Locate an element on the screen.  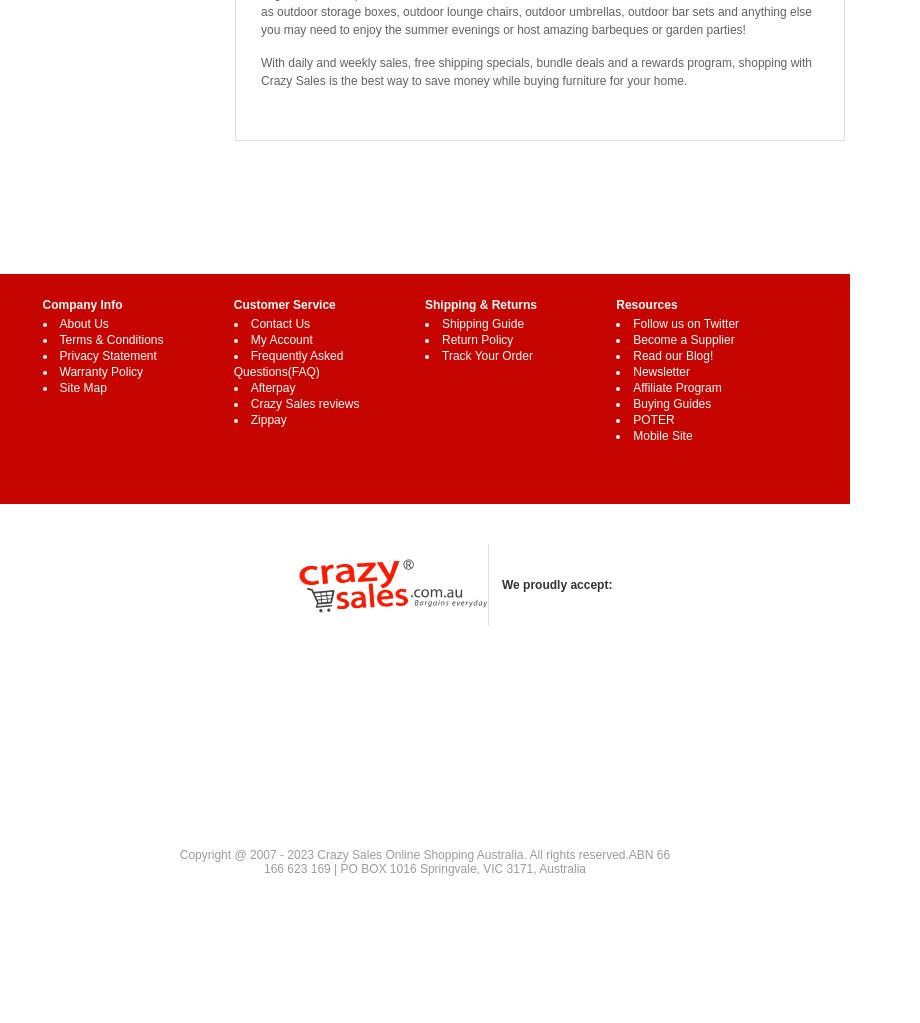
'Afterpay' is located at coordinates (249, 387).